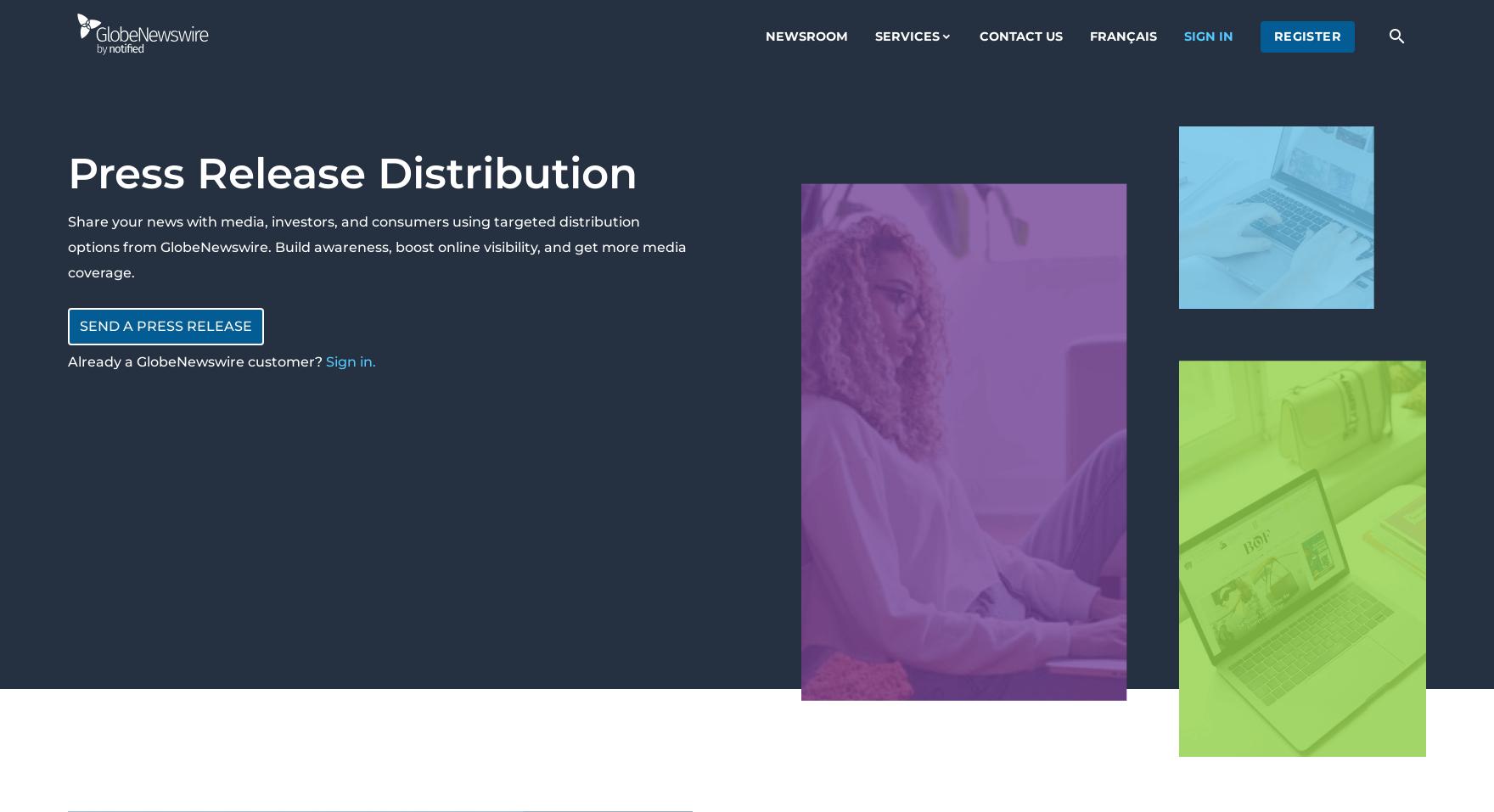 The width and height of the screenshot is (1494, 812). What do you see at coordinates (350, 361) in the screenshot?
I see `'Sign in.'` at bounding box center [350, 361].